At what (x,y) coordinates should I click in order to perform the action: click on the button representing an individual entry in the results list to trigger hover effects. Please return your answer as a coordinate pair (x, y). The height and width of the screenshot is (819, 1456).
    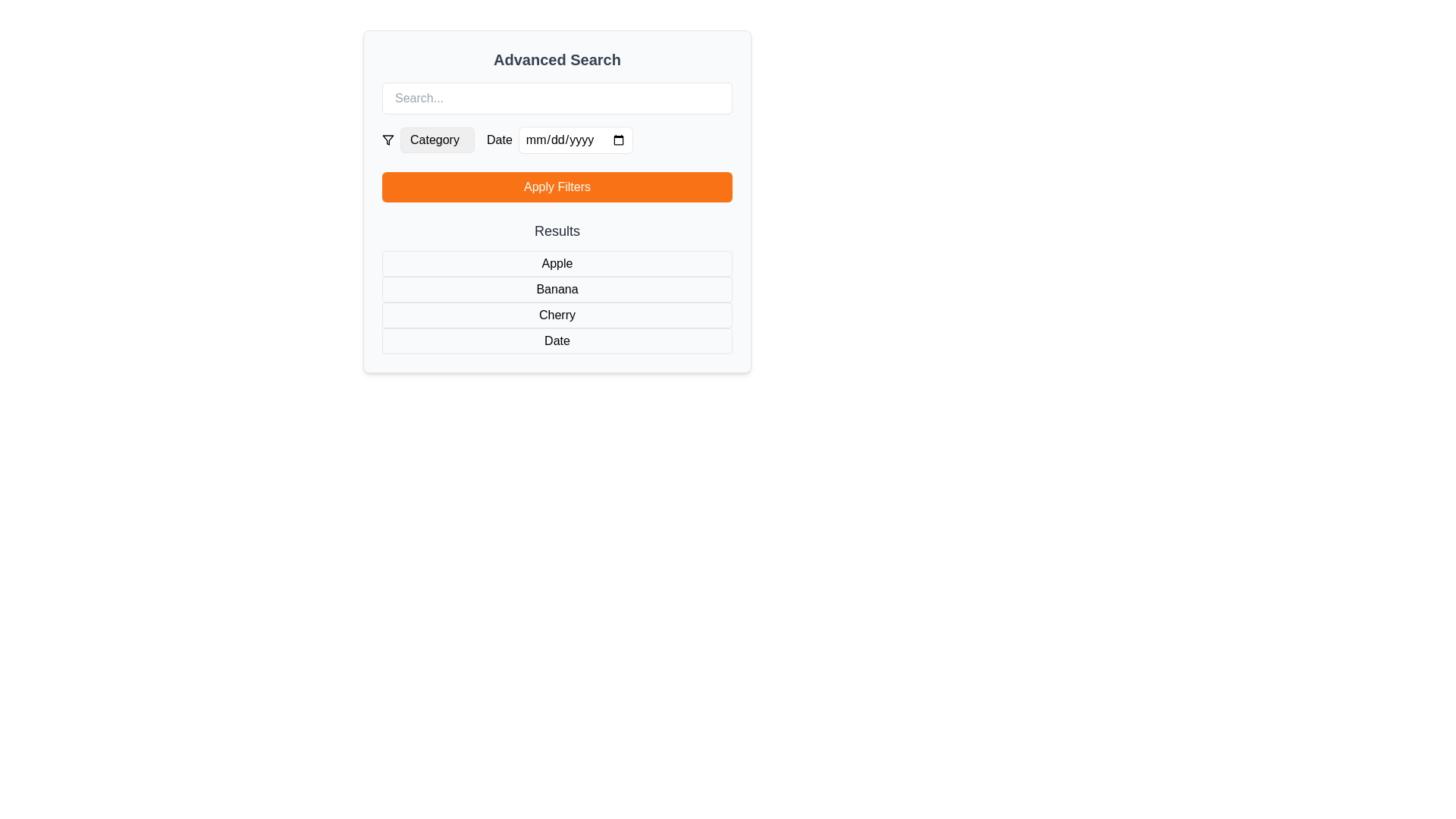
    Looking at the image, I should click on (556, 287).